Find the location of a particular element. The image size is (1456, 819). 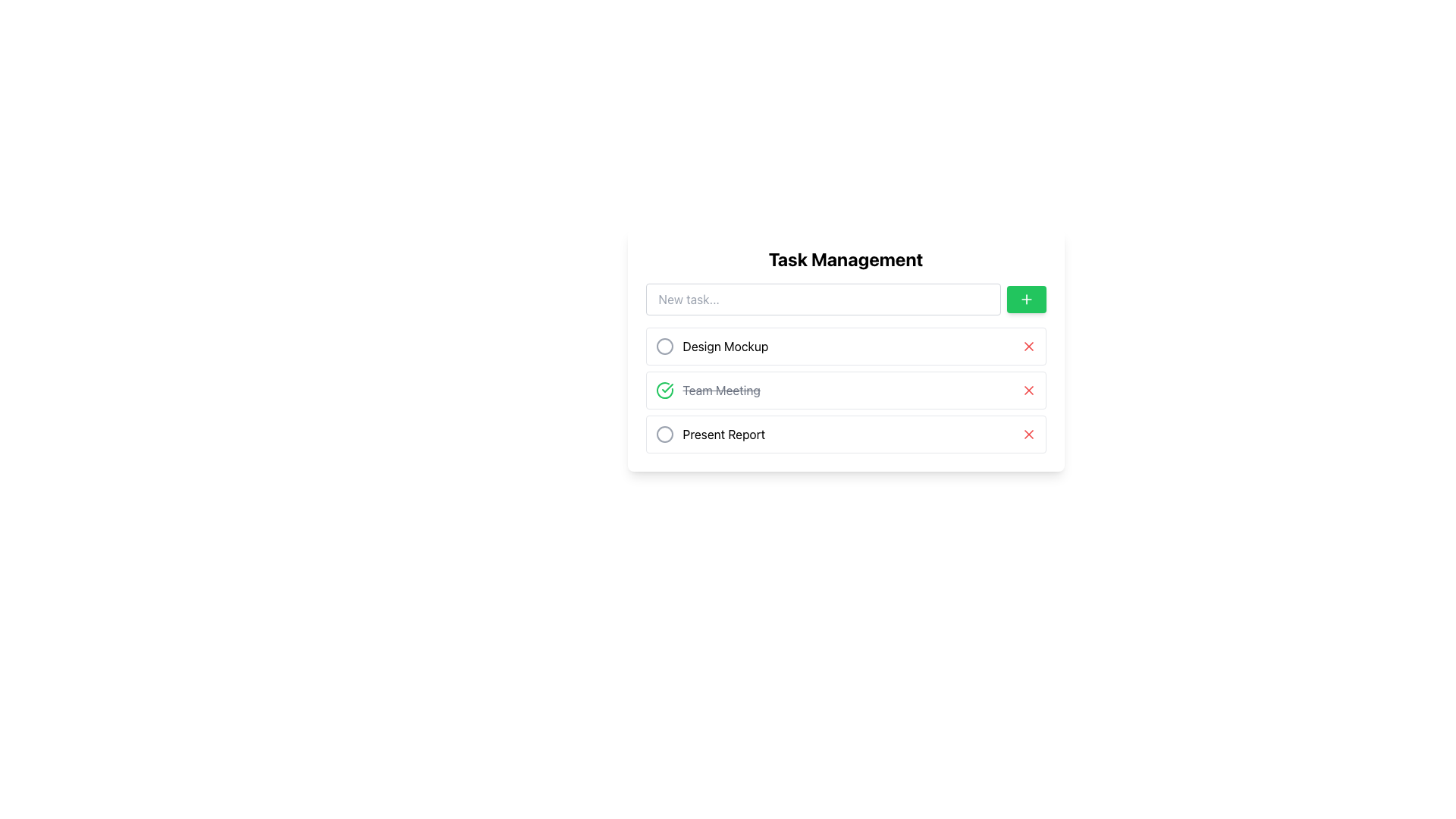

the red 'X' SVG icon representing the delete action located in the top right of the task row for 'Design Mockup' is located at coordinates (1028, 346).